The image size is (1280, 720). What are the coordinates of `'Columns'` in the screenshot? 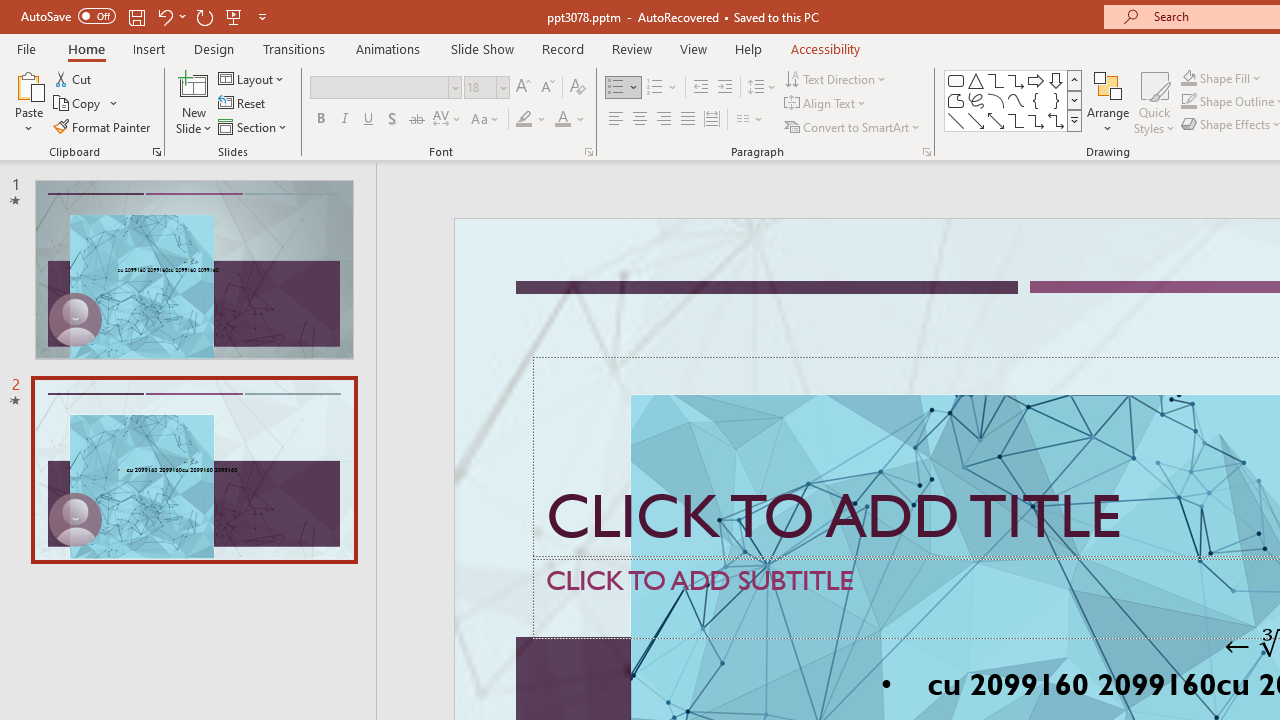 It's located at (749, 119).